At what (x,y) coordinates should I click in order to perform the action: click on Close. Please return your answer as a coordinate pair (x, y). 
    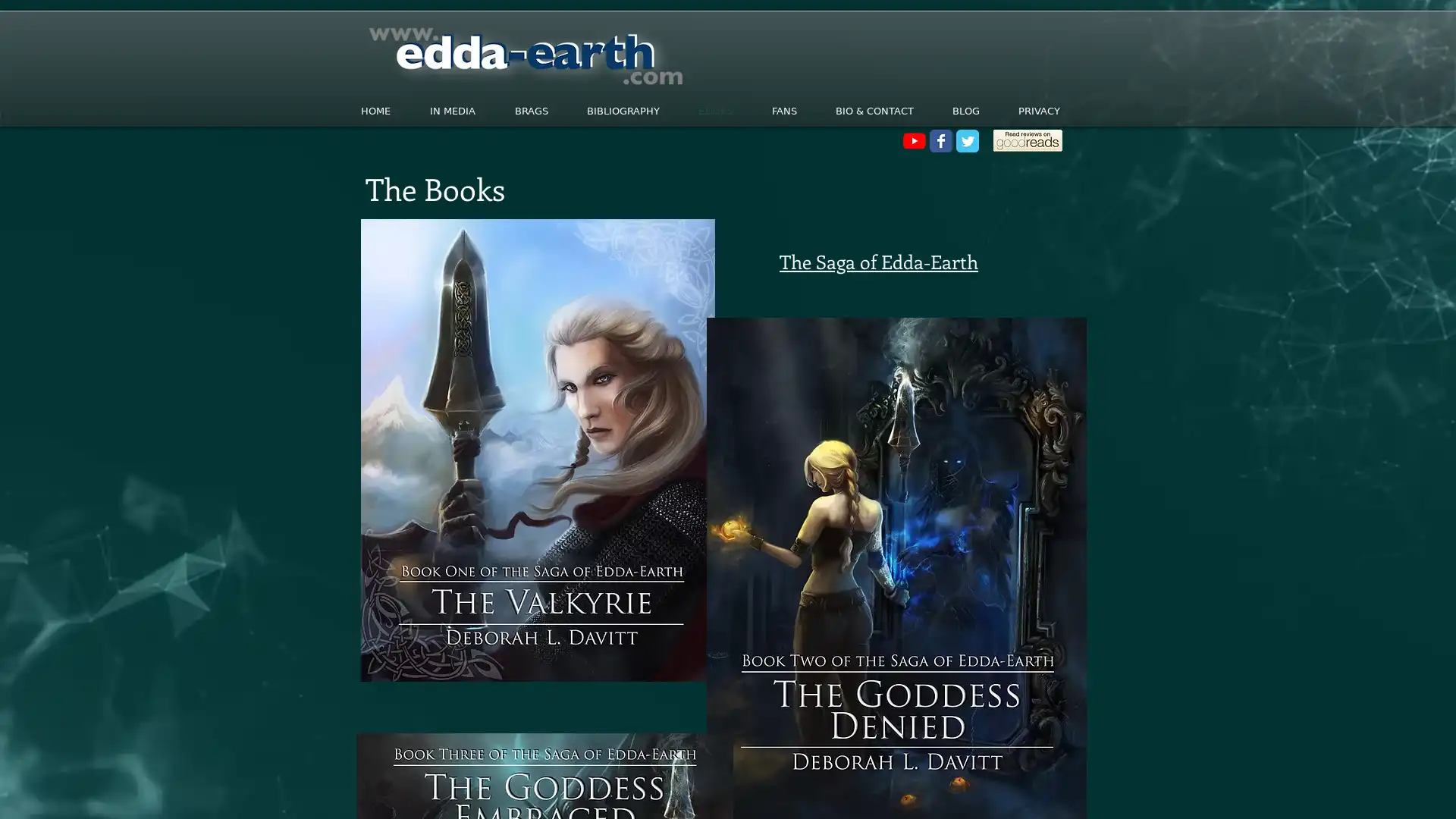
    Looking at the image, I should click on (1437, 792).